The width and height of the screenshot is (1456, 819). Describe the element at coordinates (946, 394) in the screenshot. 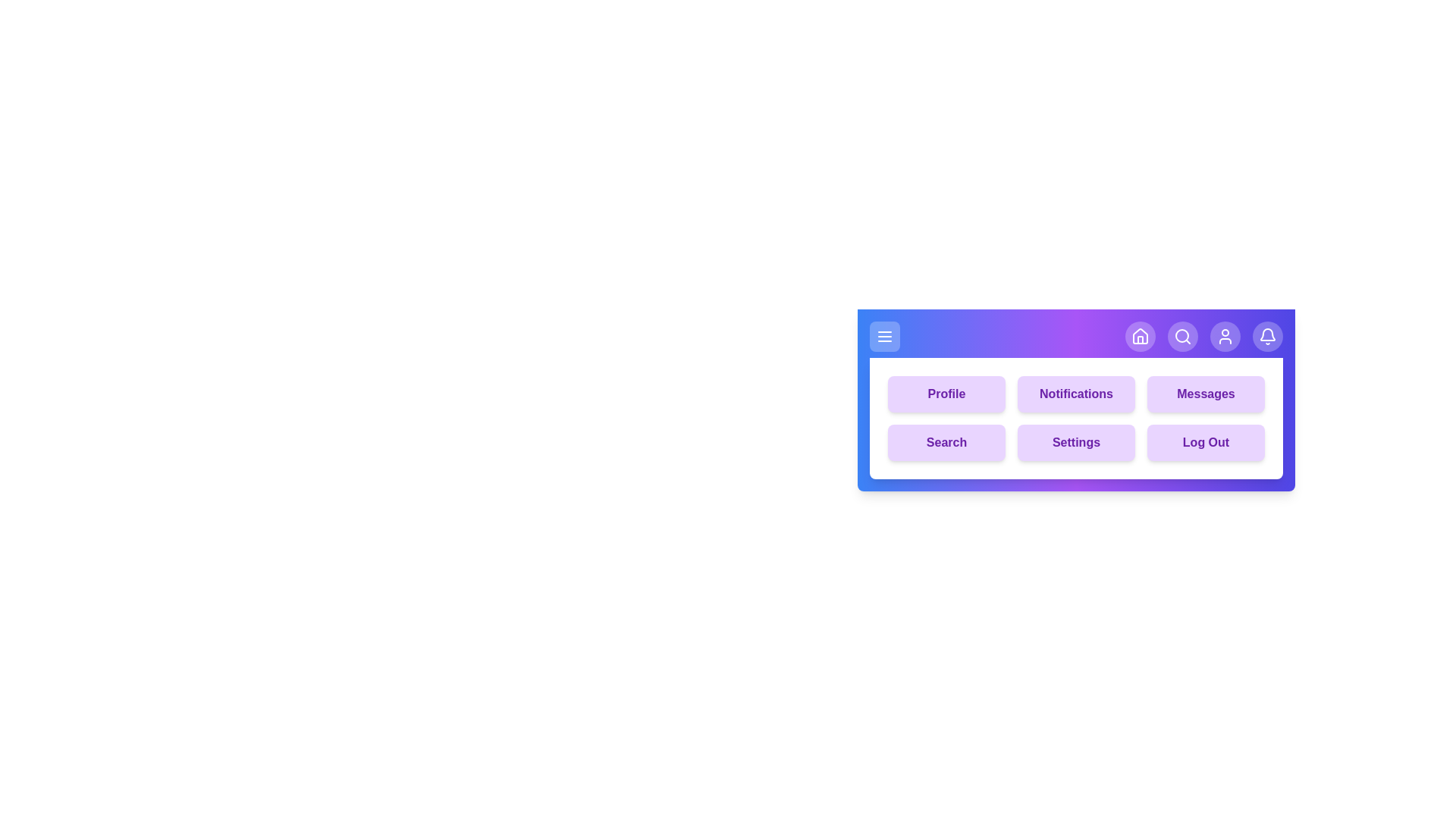

I see `the menu button labeled Profile` at that location.